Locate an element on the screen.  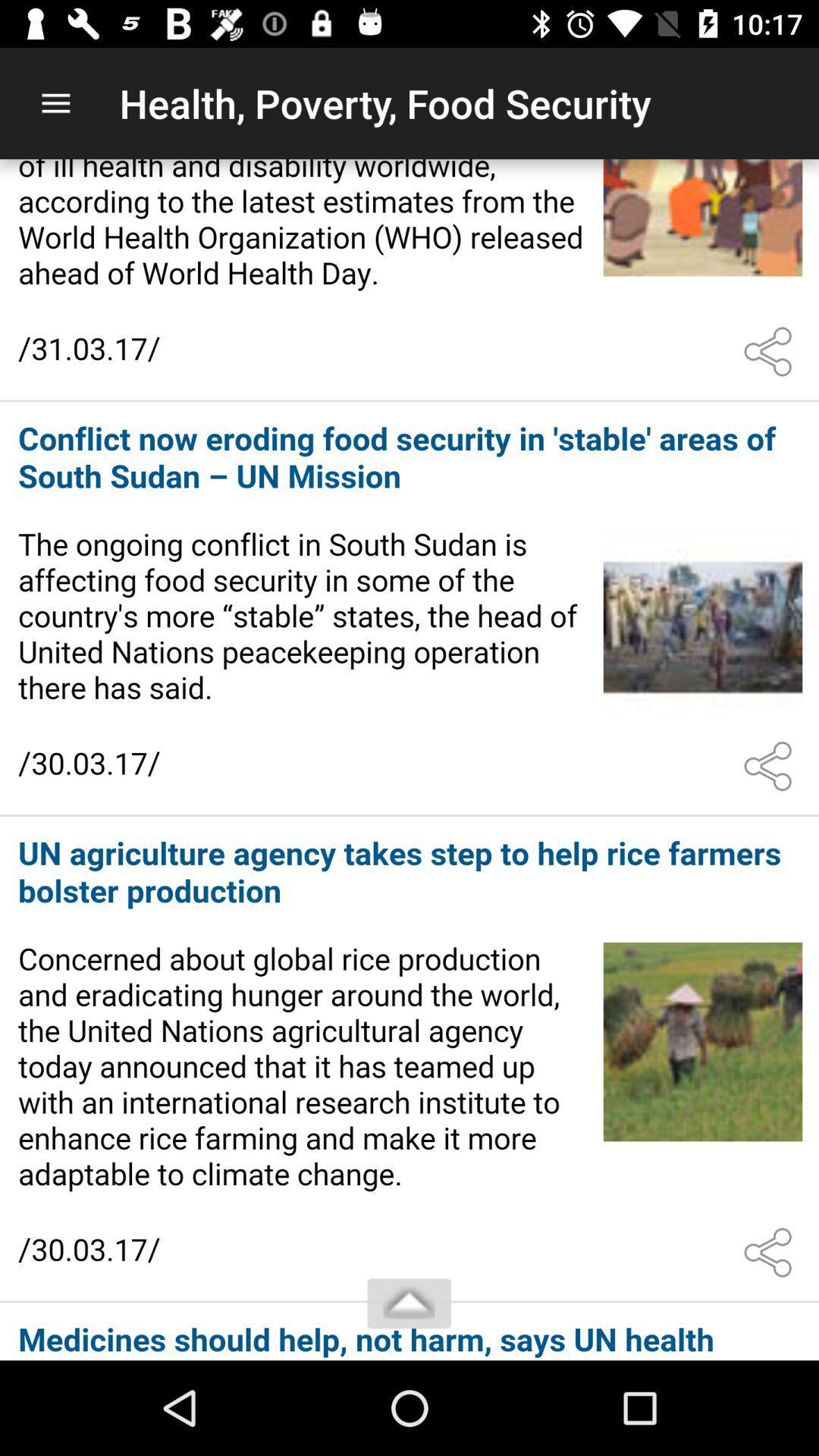
share options is located at coordinates (771, 767).